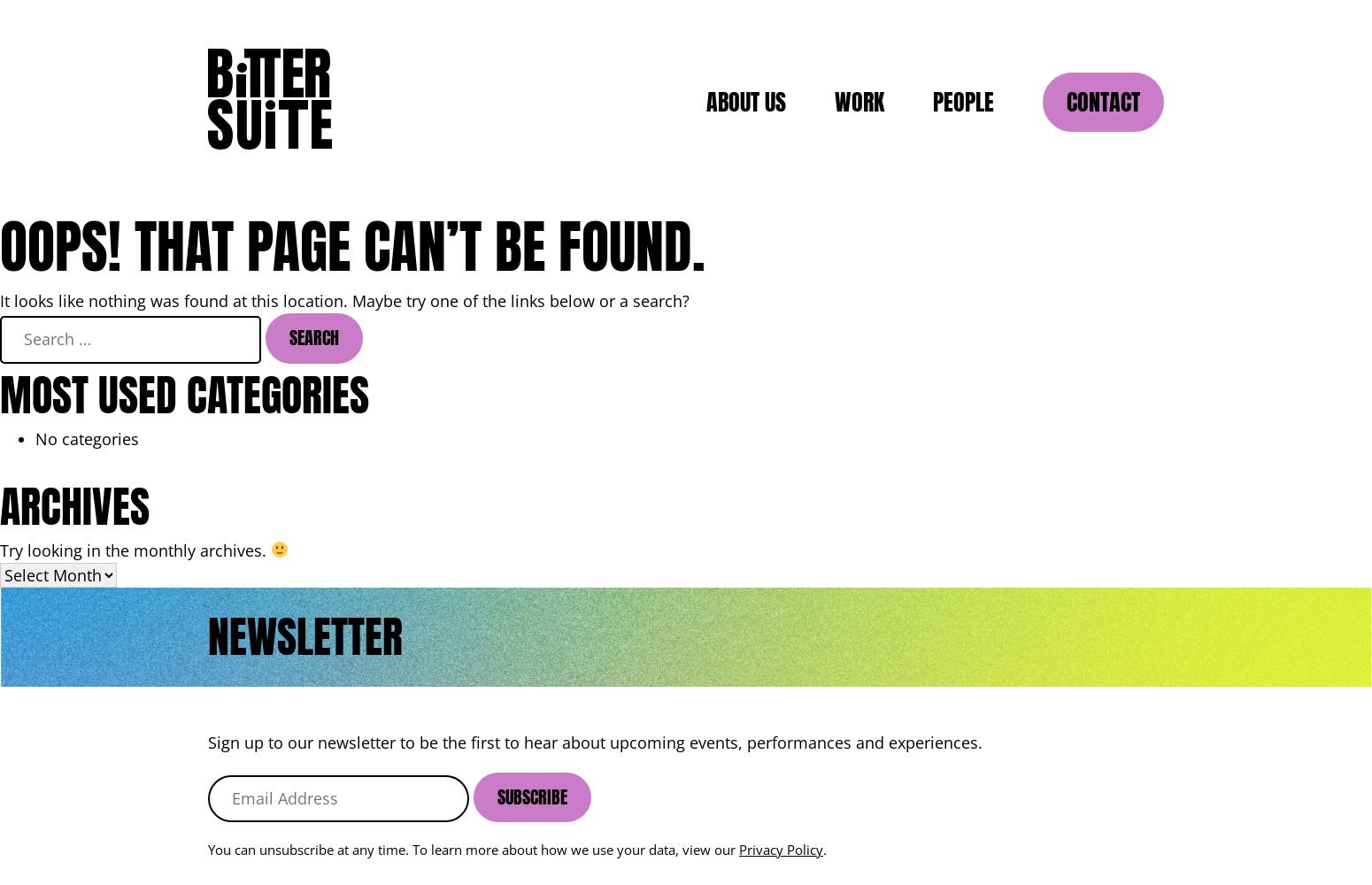  What do you see at coordinates (183, 394) in the screenshot?
I see `'Most Used Categories'` at bounding box center [183, 394].